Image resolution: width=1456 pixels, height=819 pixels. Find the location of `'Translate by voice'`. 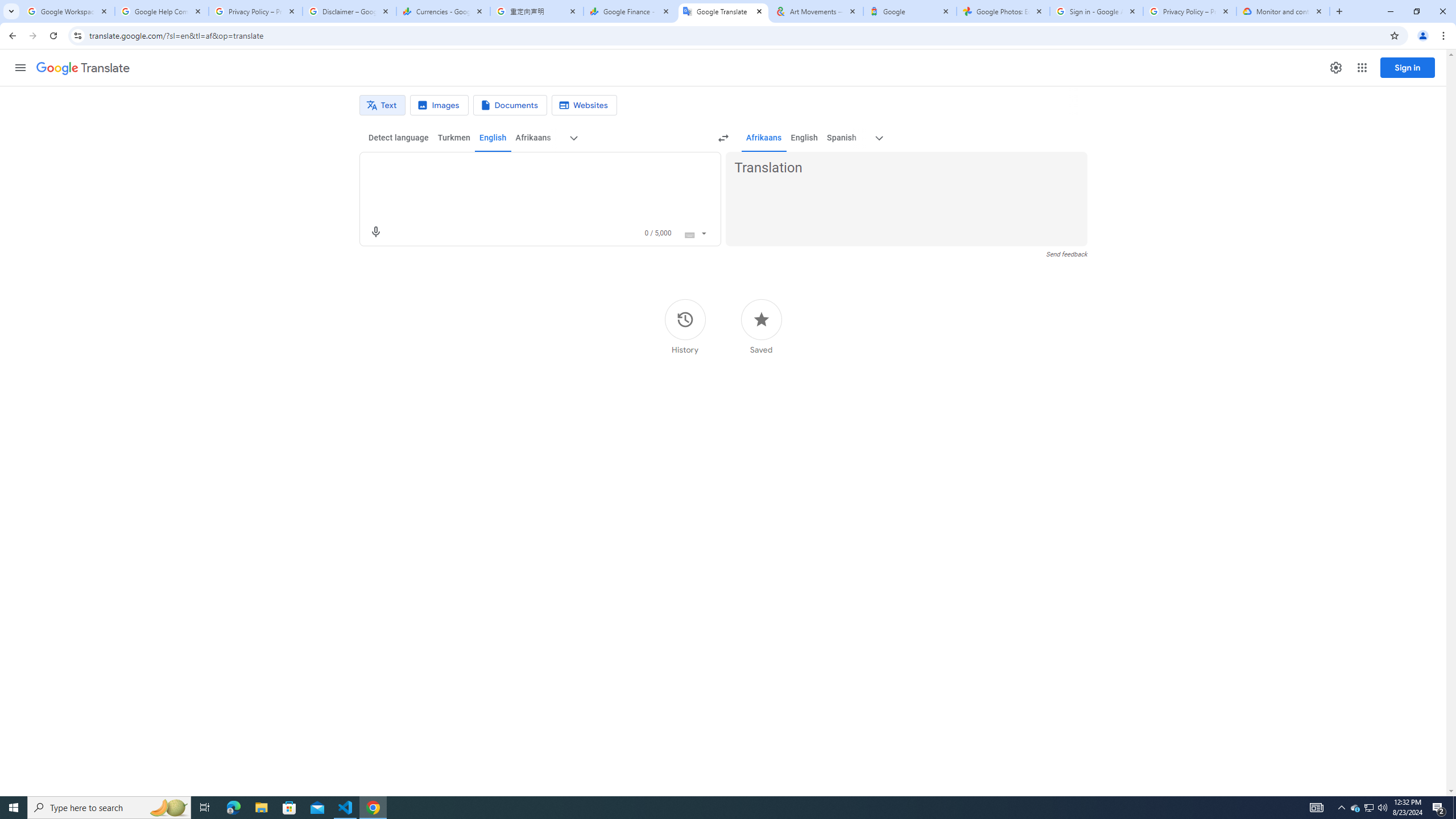

'Translate by voice' is located at coordinates (375, 231).